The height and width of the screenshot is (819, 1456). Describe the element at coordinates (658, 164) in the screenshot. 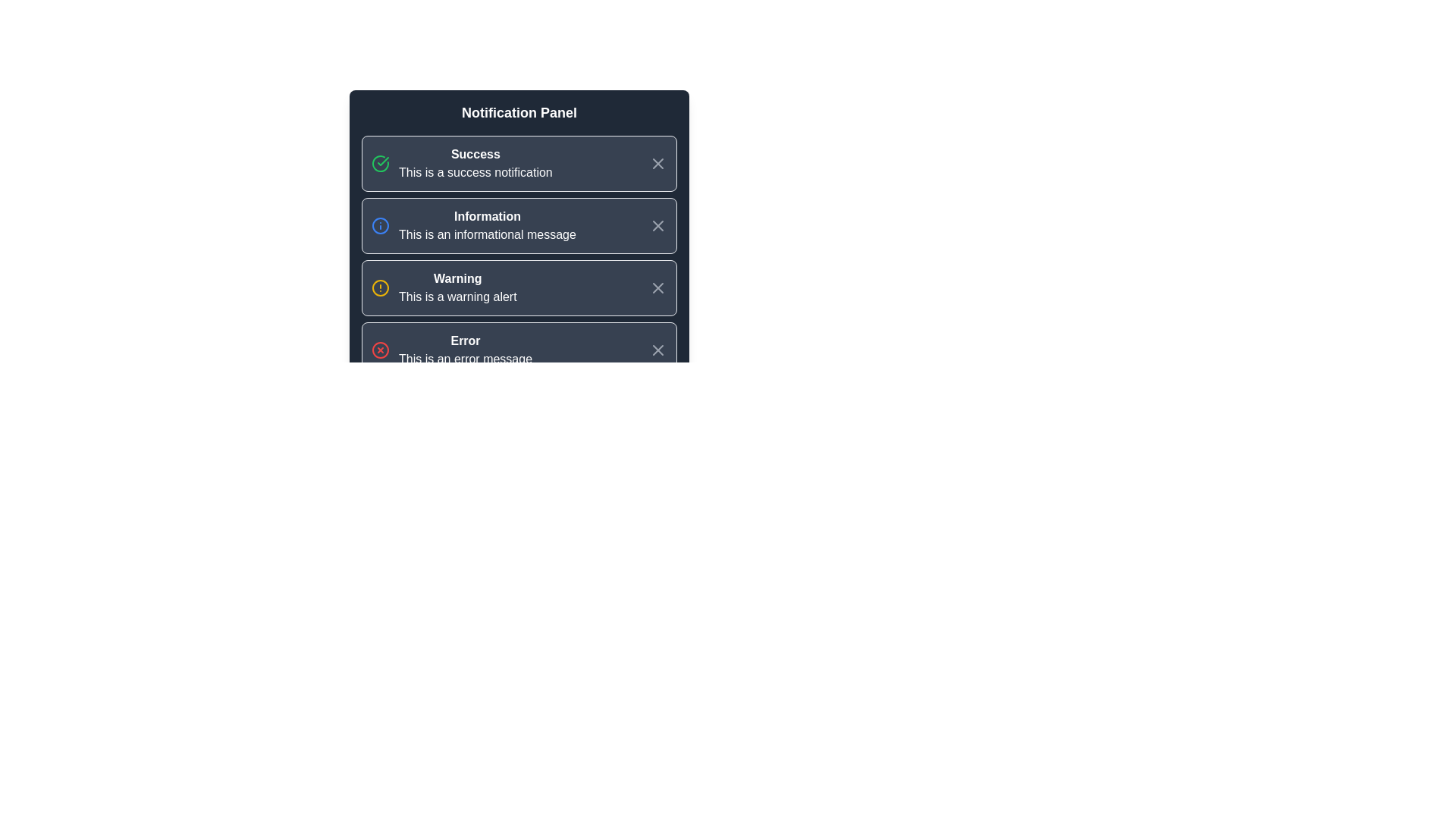

I see `the close button (small cross icon) located at the top right corner of the 'Success' notification in the Notification Panel` at that location.